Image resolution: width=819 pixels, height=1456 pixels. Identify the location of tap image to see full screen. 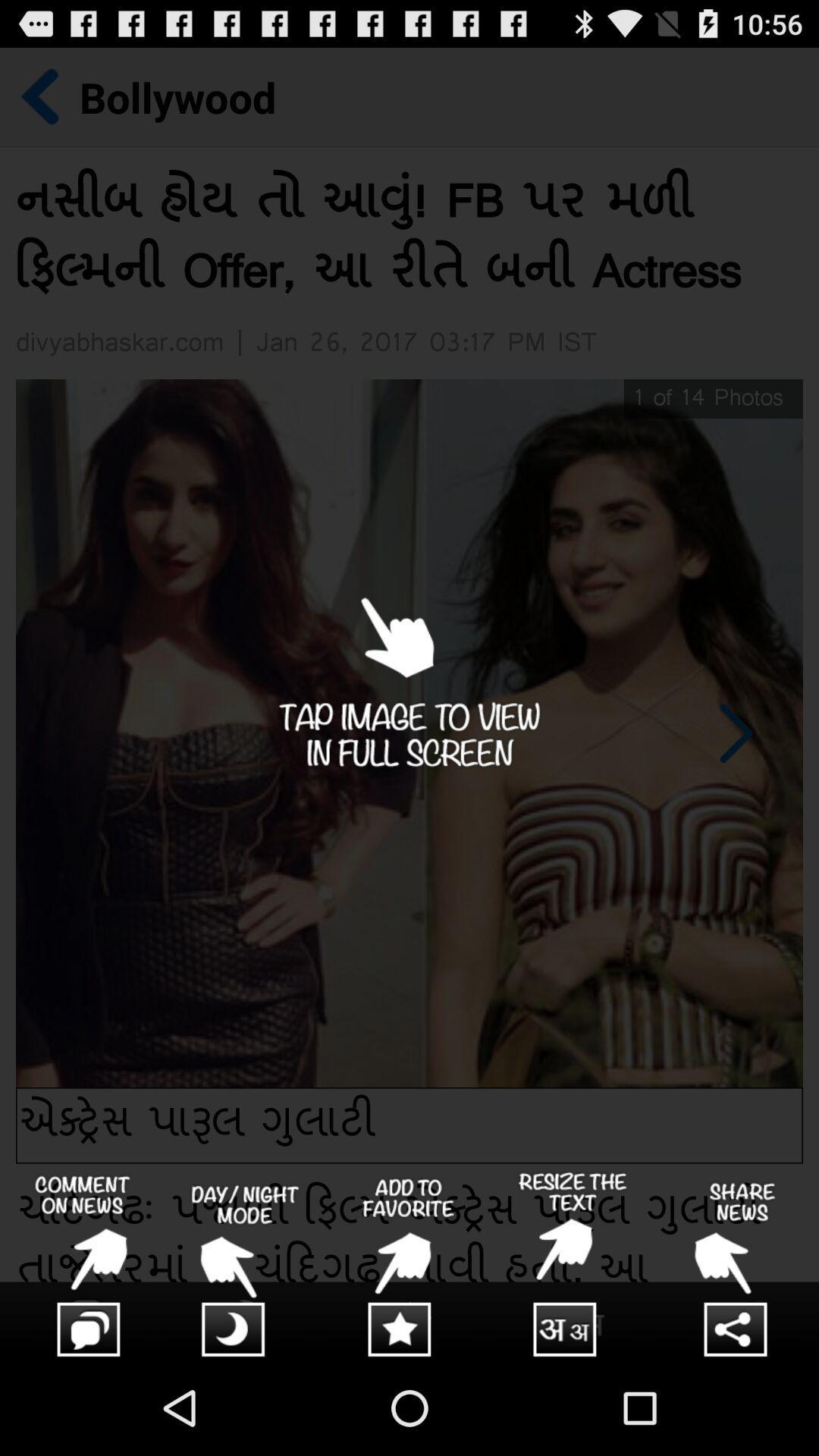
(409, 703).